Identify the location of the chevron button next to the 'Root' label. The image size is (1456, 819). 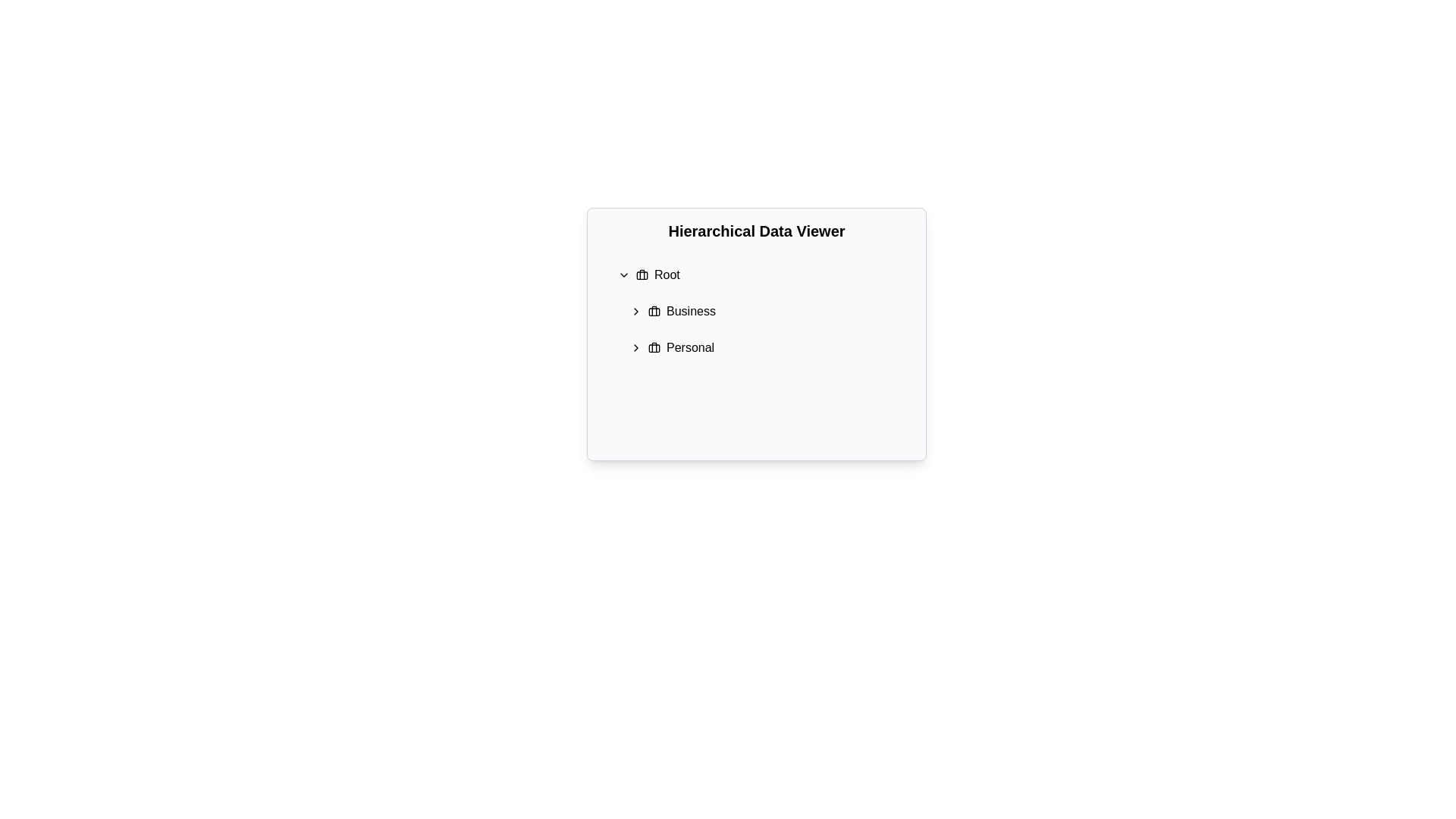
(623, 275).